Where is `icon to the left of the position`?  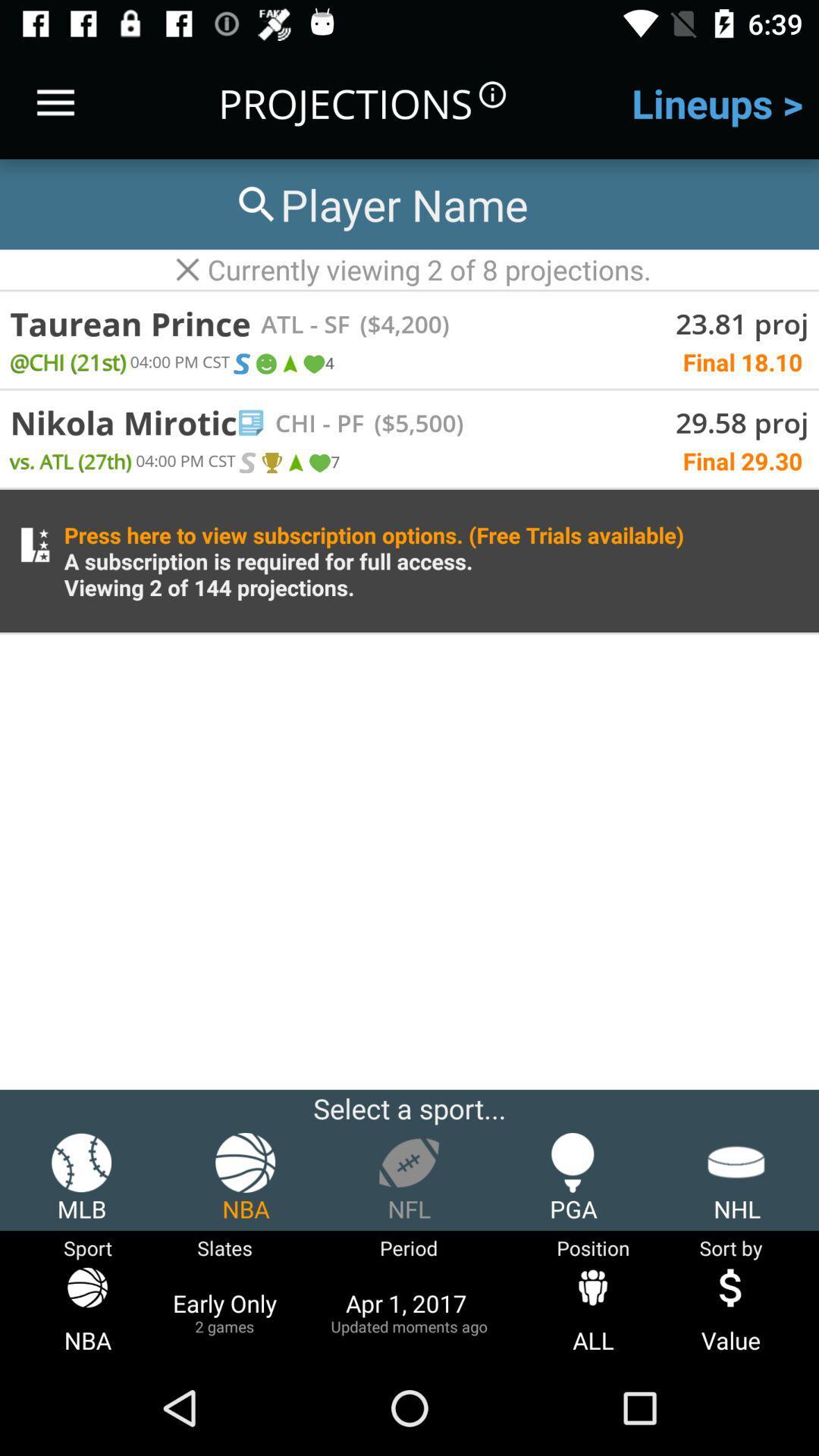
icon to the left of the position is located at coordinates (408, 1311).